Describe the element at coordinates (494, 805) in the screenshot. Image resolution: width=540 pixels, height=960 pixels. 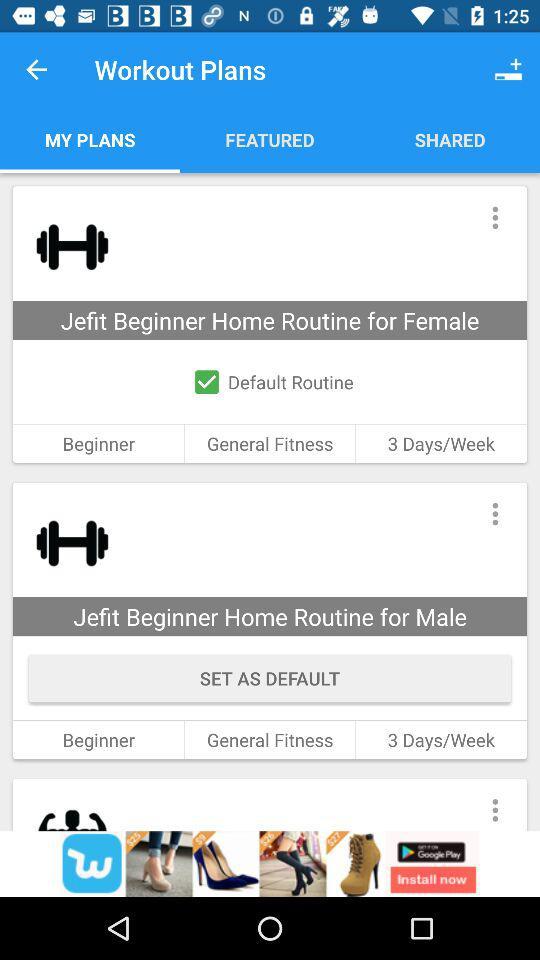
I see `more chioces` at that location.